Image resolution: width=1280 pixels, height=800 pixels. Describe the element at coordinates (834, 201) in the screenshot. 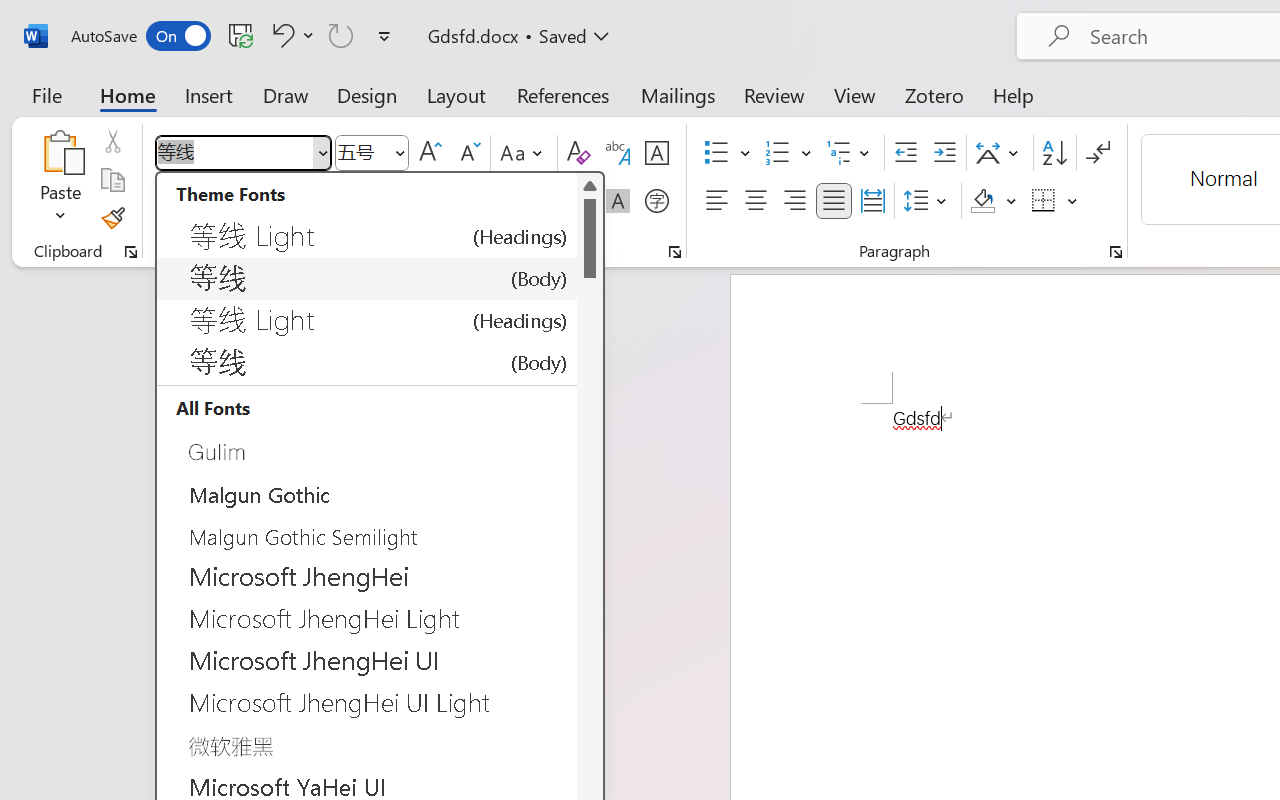

I see `'Justify'` at that location.